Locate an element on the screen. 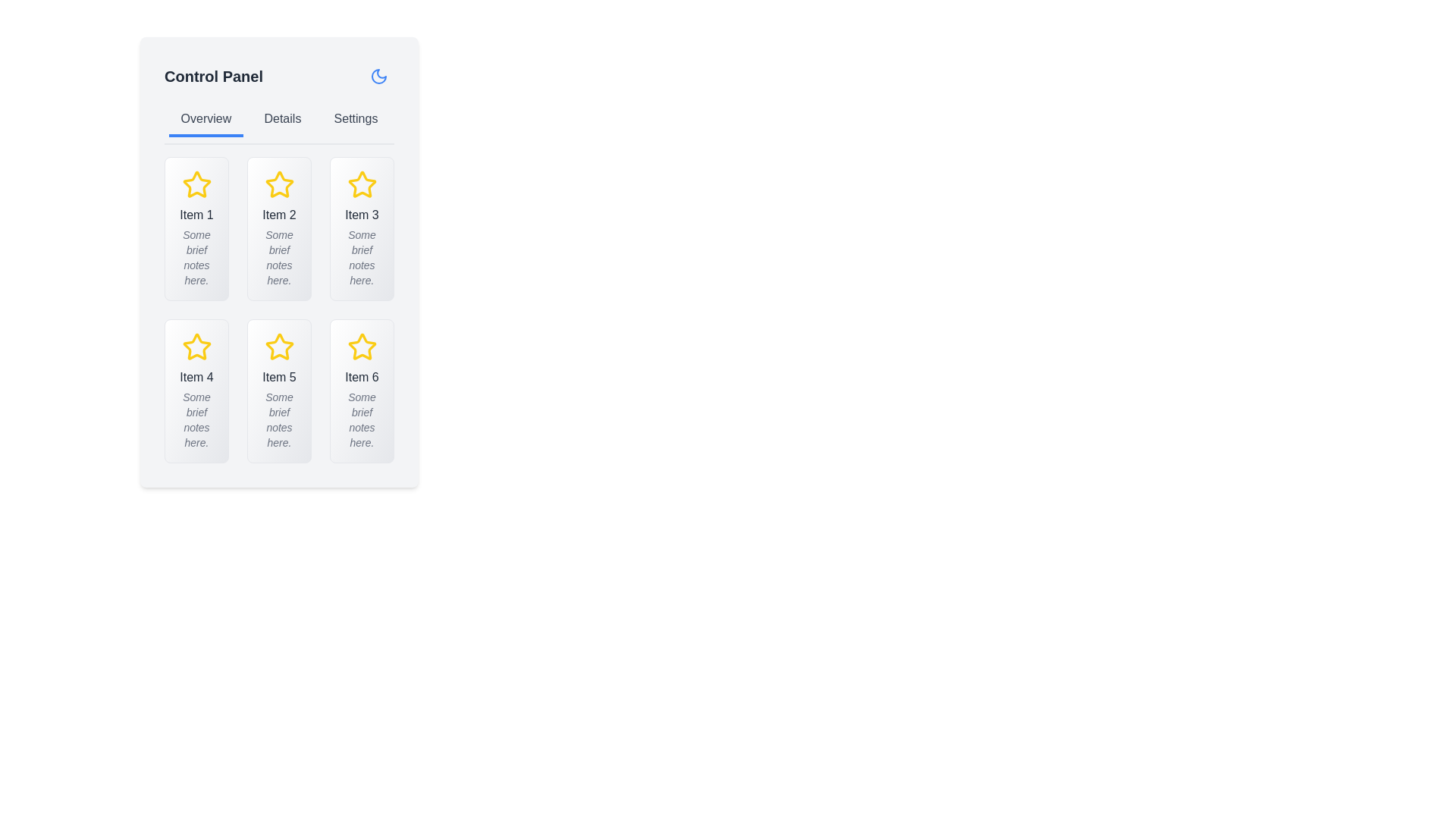  the 'Item 3' text label, which is the third item in a grid of six, displayed in dark gray with a star icon above it is located at coordinates (361, 215).